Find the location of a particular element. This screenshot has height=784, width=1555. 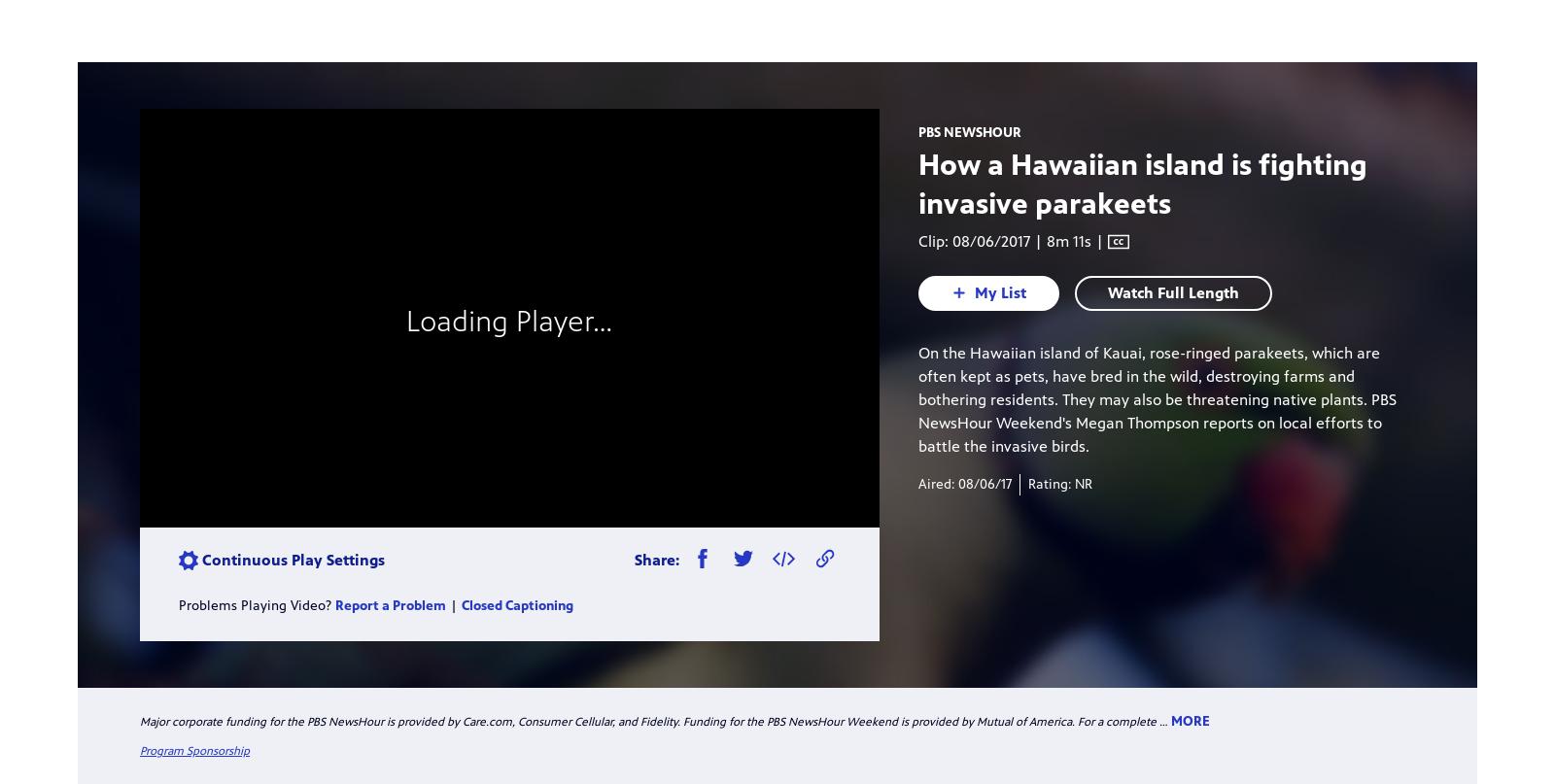

'12/30/2017 | 24m 22s' is located at coordinates (641, 475).